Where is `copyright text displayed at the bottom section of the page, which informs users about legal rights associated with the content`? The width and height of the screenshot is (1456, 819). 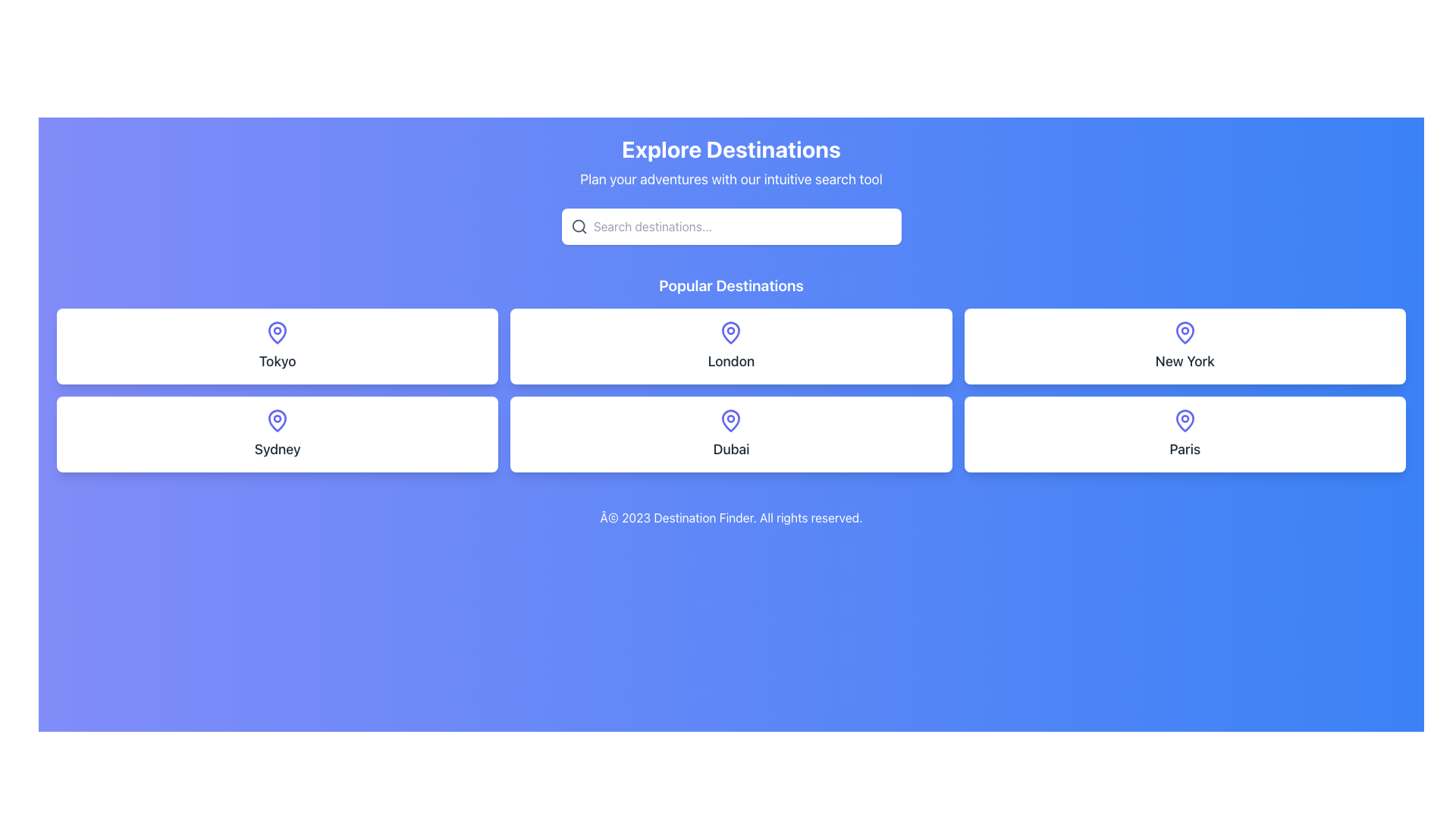
copyright text displayed at the bottom section of the page, which informs users about legal rights associated with the content is located at coordinates (731, 516).